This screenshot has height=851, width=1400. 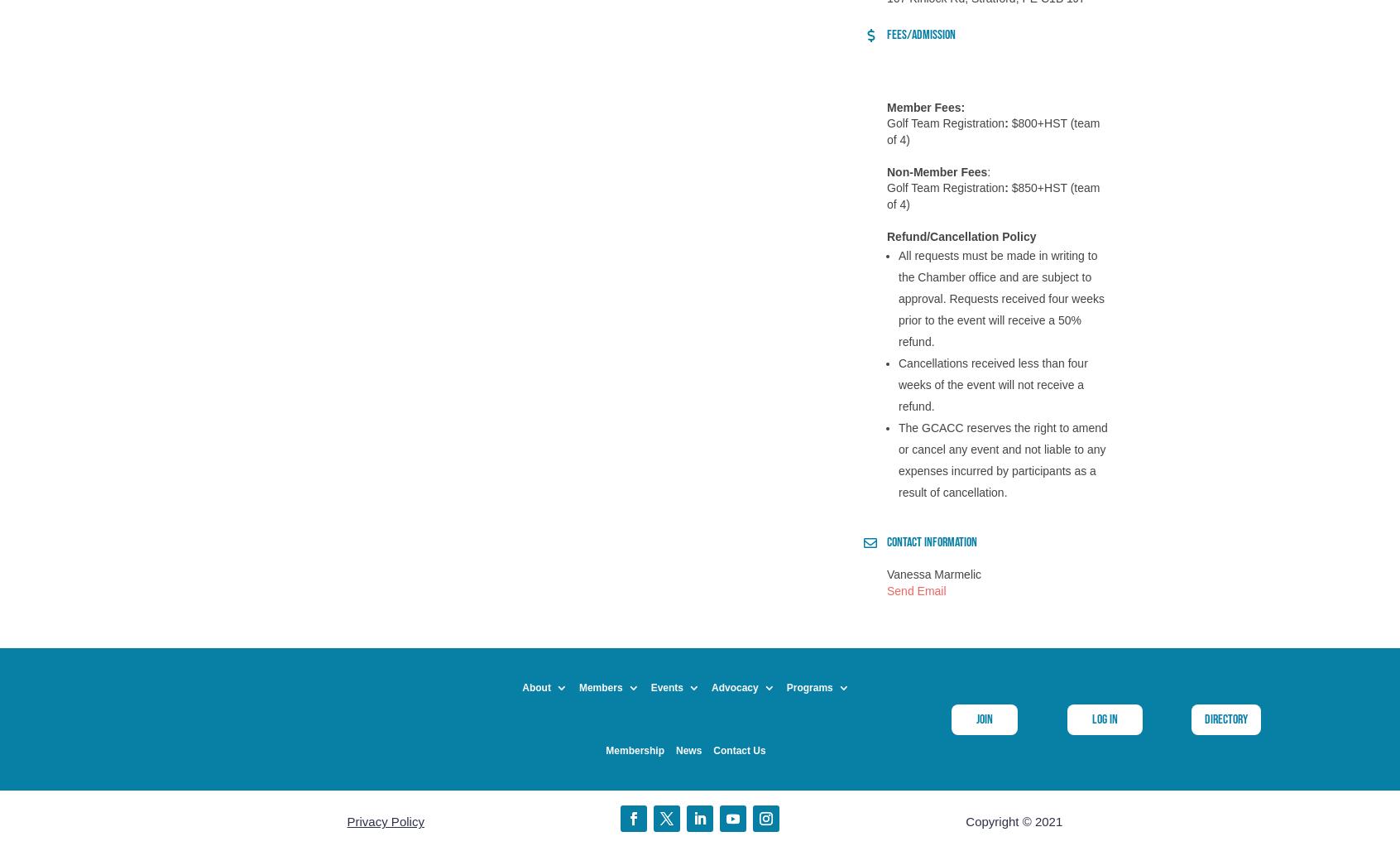 I want to click on 'Advocacy', so click(x=711, y=688).